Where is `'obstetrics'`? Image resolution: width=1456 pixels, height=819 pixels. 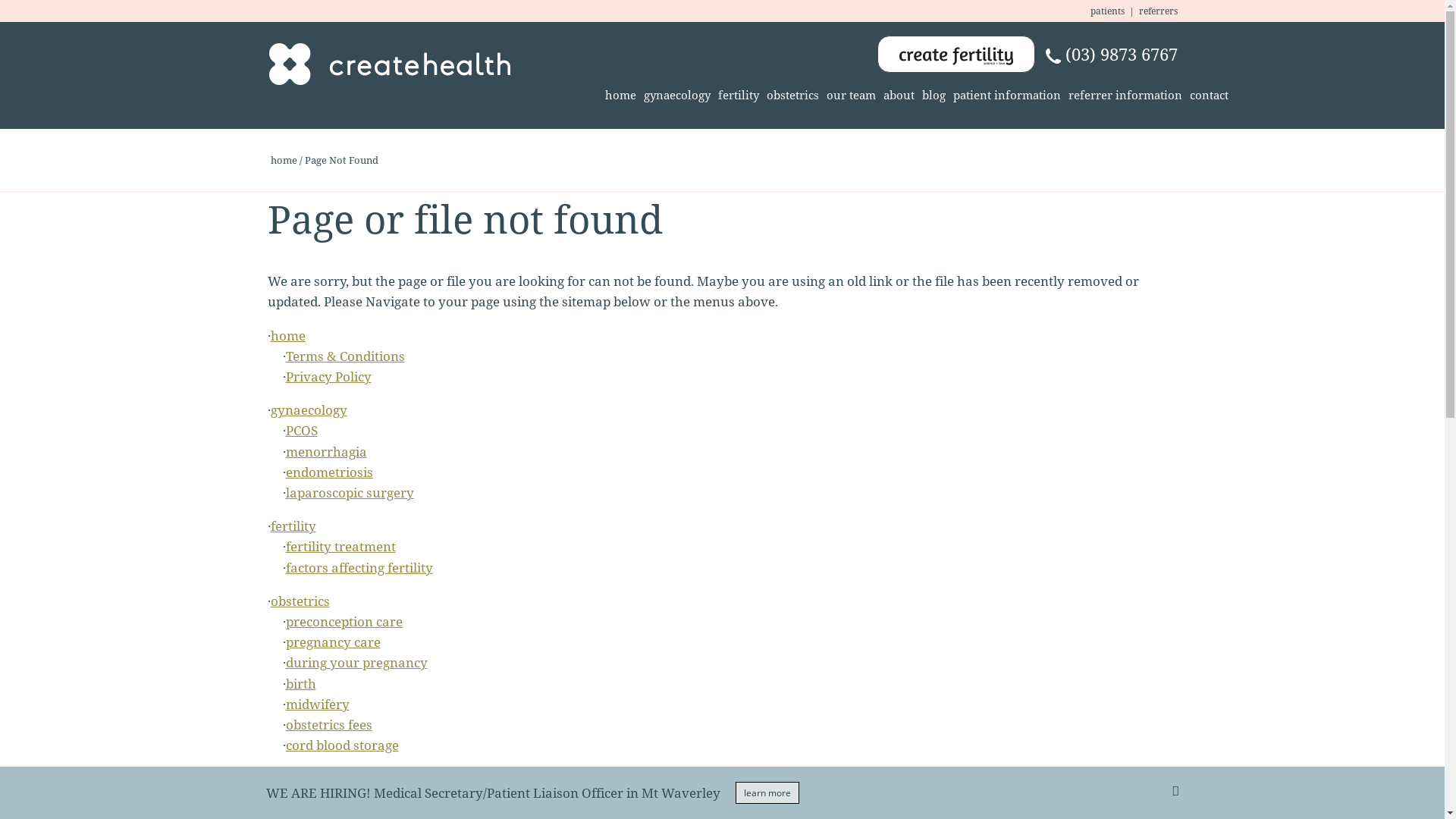 'obstetrics' is located at coordinates (299, 600).